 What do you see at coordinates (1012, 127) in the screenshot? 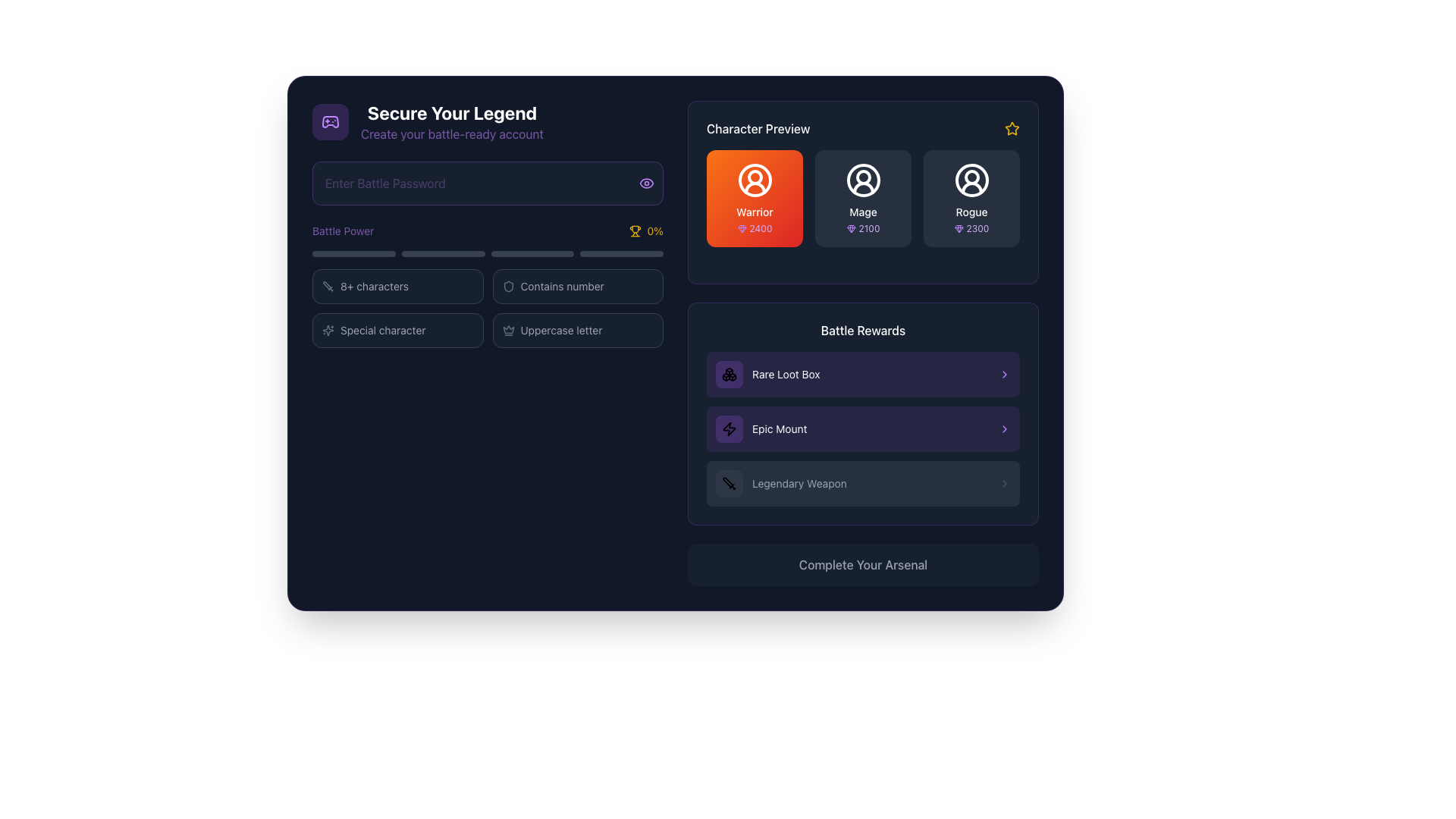
I see `the star-shaped icon located at the top-right corner of the 'Character Preview' section to interact with it` at bounding box center [1012, 127].